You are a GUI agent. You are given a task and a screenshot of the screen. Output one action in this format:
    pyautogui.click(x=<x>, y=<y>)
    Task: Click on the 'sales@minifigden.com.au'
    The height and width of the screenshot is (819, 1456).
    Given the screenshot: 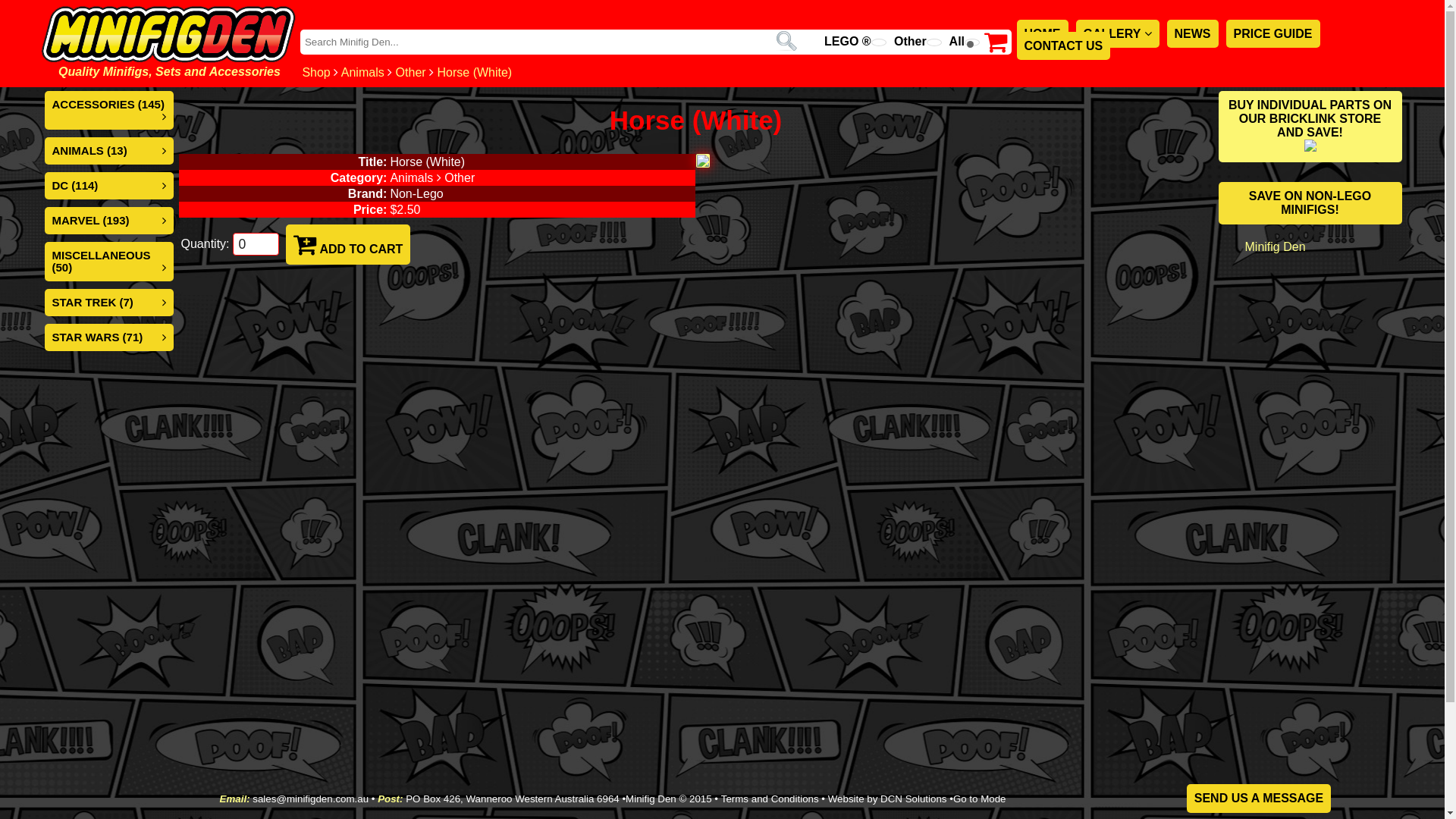 What is the action you would take?
    pyautogui.click(x=309, y=798)
    